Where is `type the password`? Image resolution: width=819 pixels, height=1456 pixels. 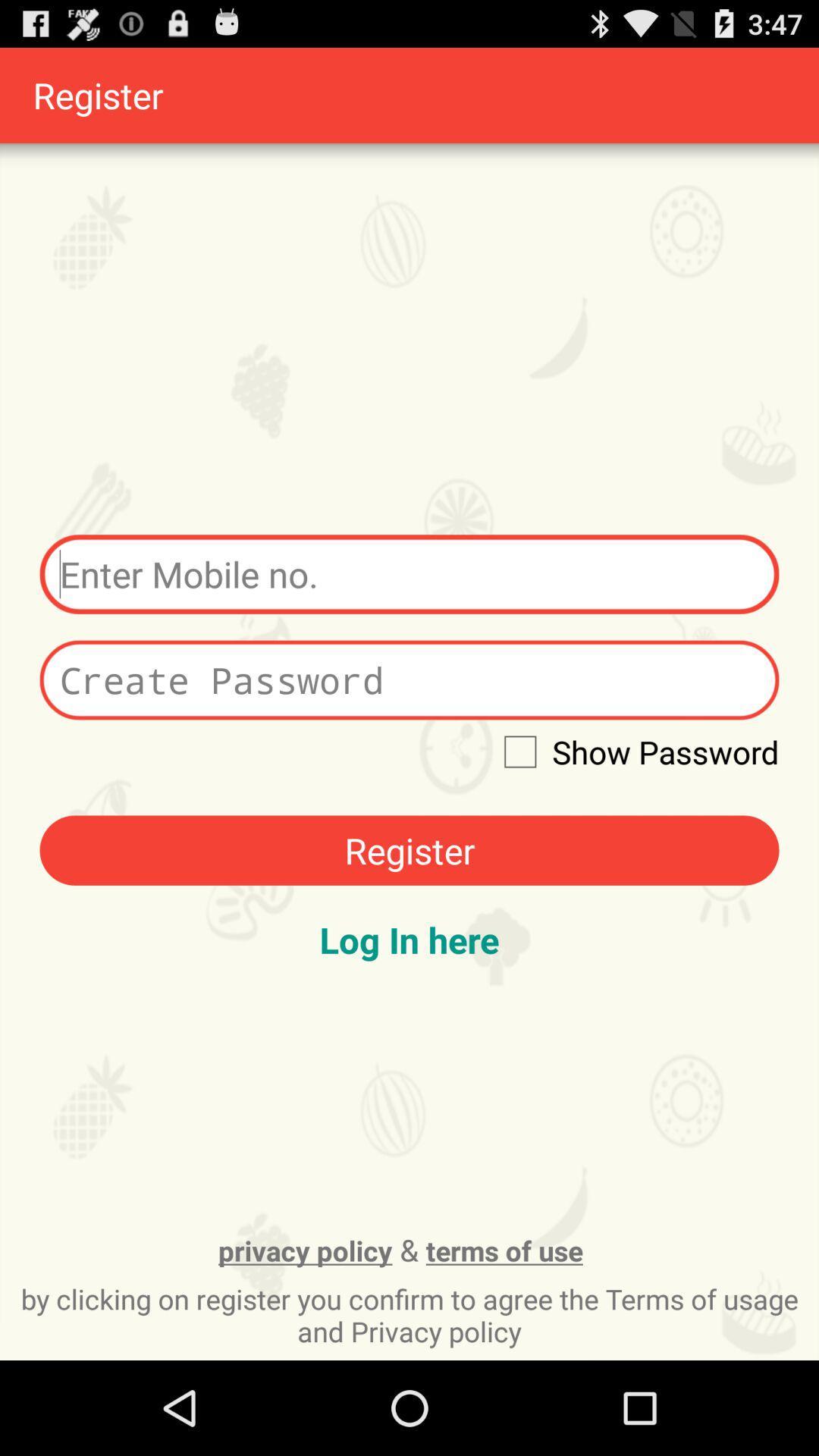 type the password is located at coordinates (409, 679).